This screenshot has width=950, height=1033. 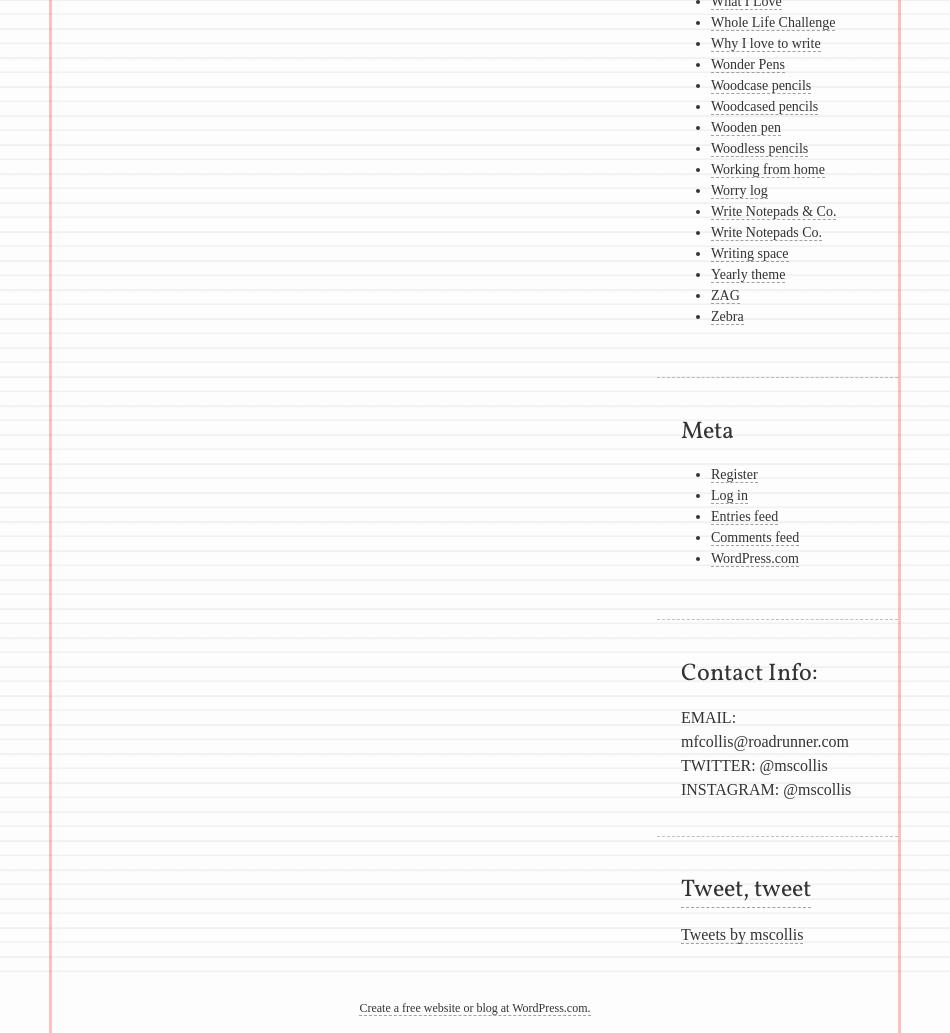 What do you see at coordinates (753, 557) in the screenshot?
I see `'WordPress.com'` at bounding box center [753, 557].